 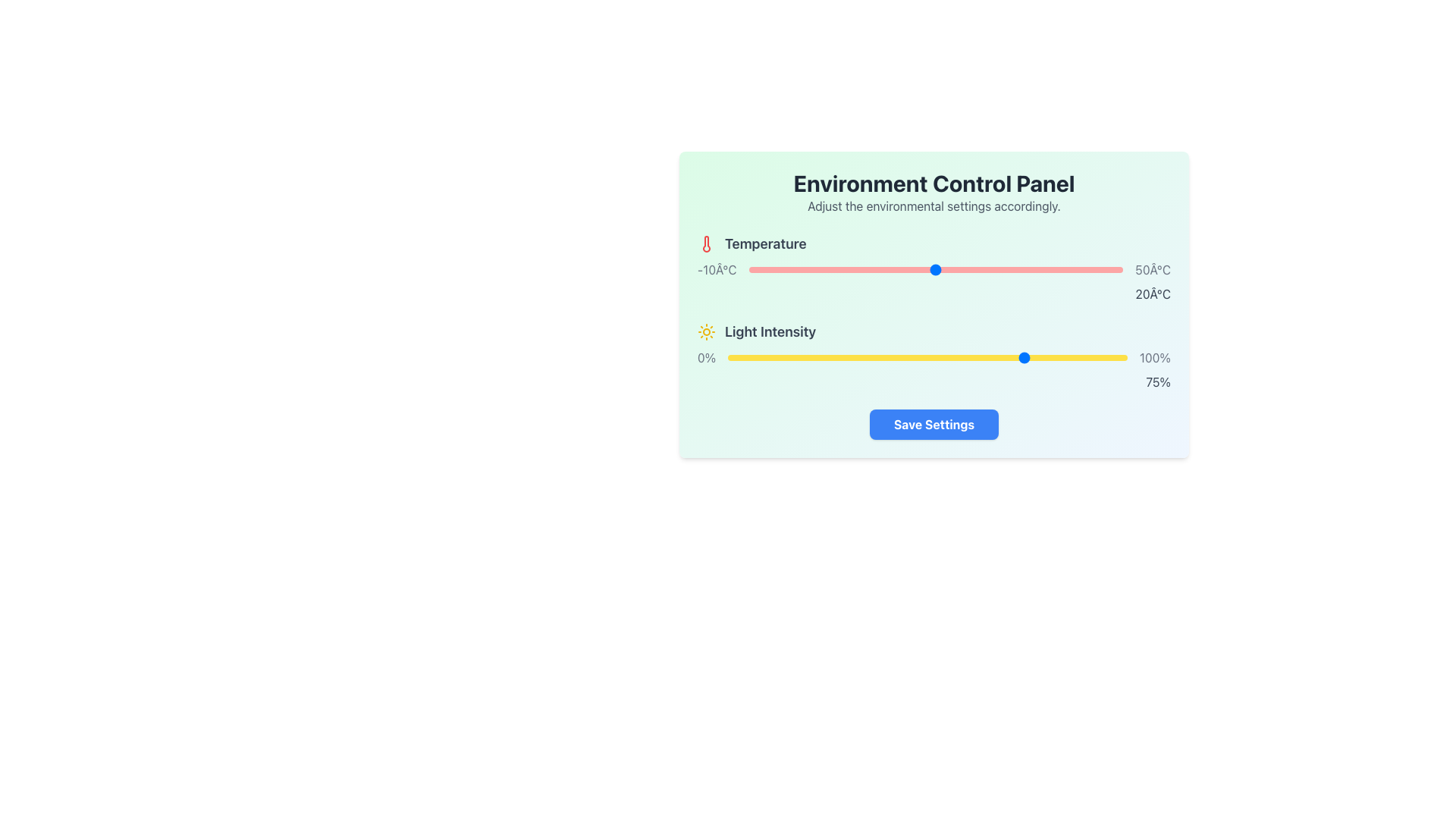 I want to click on light intensity, so click(x=999, y=357).